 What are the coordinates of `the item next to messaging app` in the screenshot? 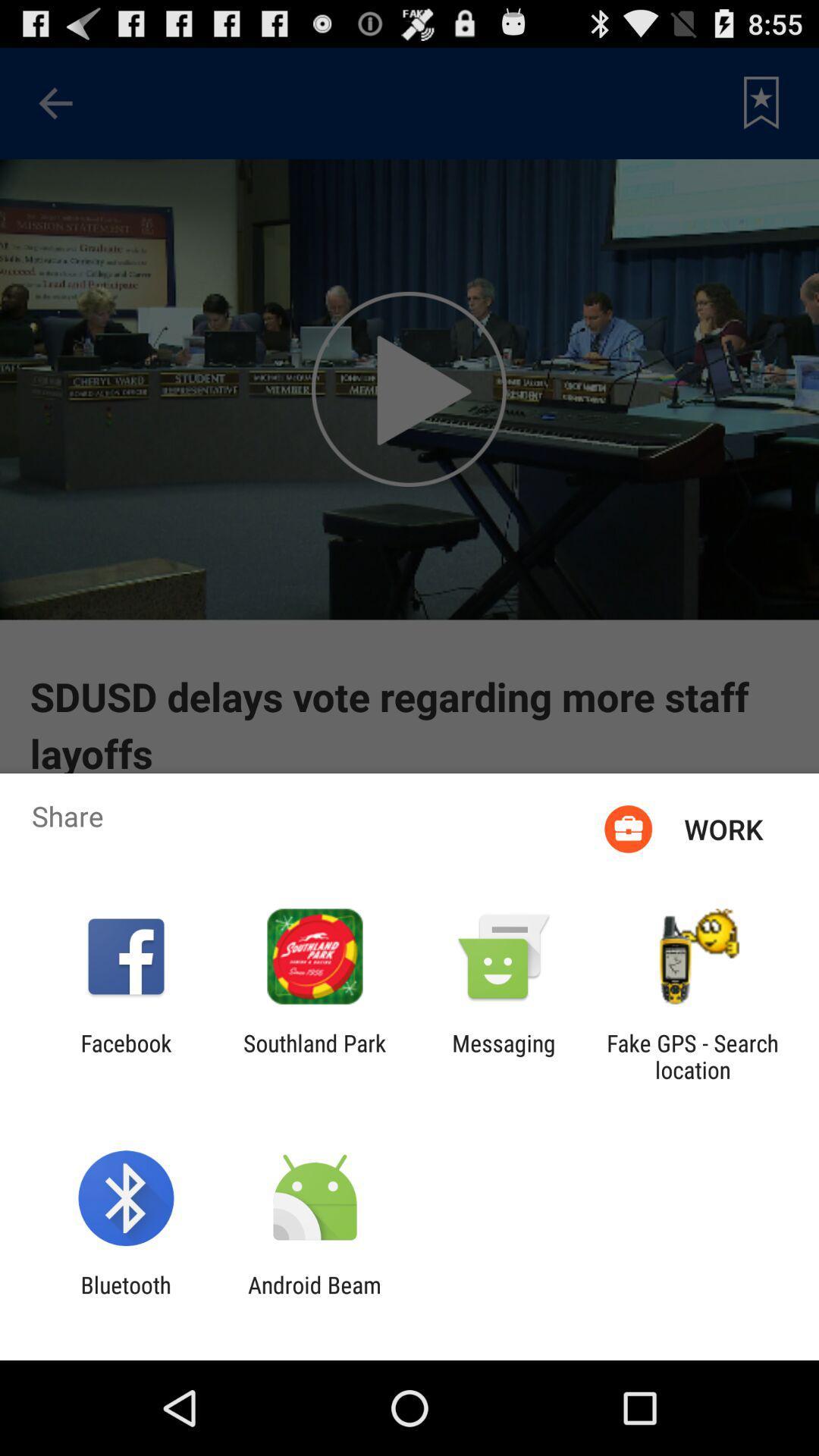 It's located at (314, 1056).